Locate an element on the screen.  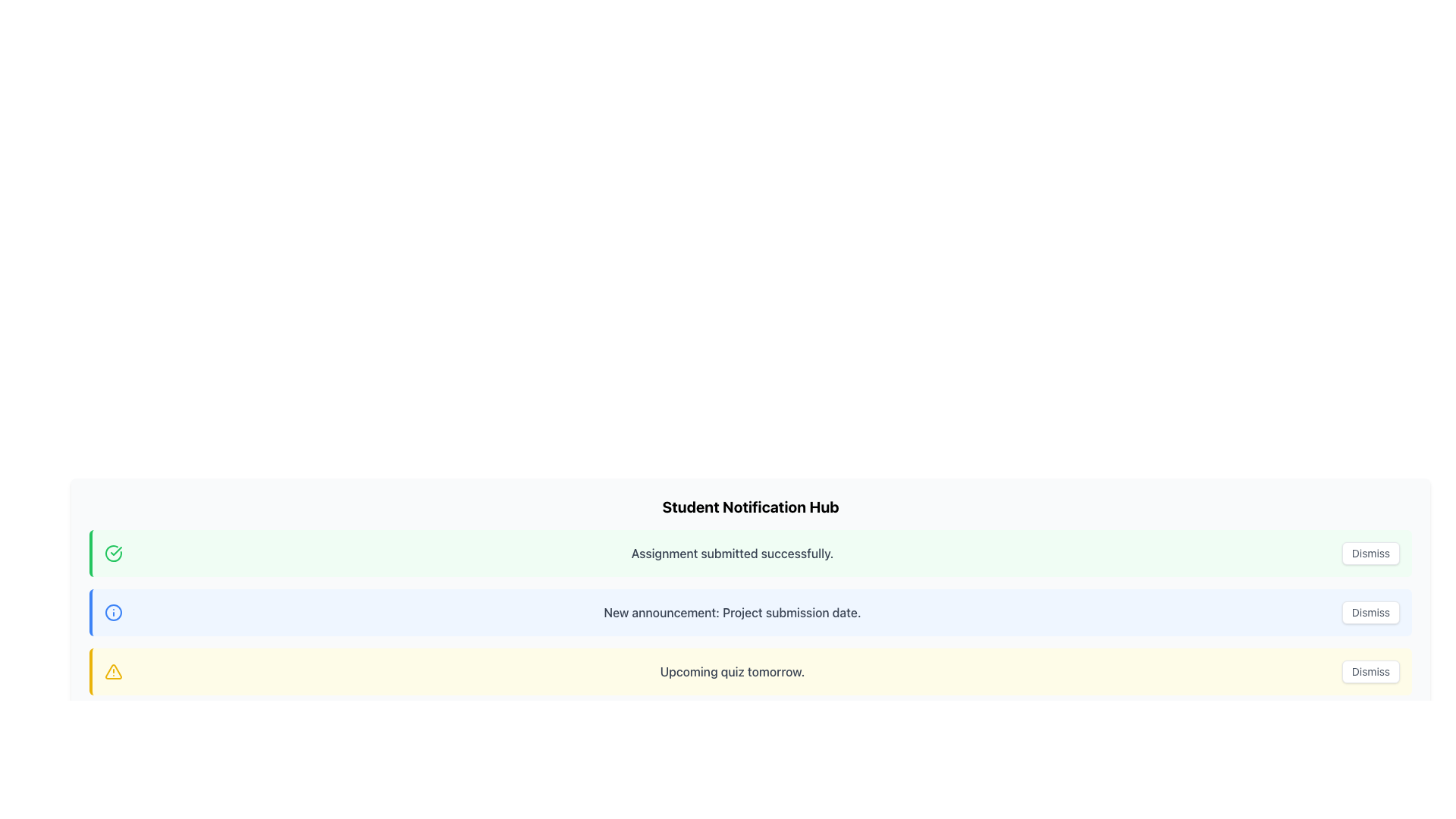
the details of the checkmark within the circular icon of the first notification entry, which indicates that the notification for 'Assignment submitted successfully' is completed is located at coordinates (115, 551).